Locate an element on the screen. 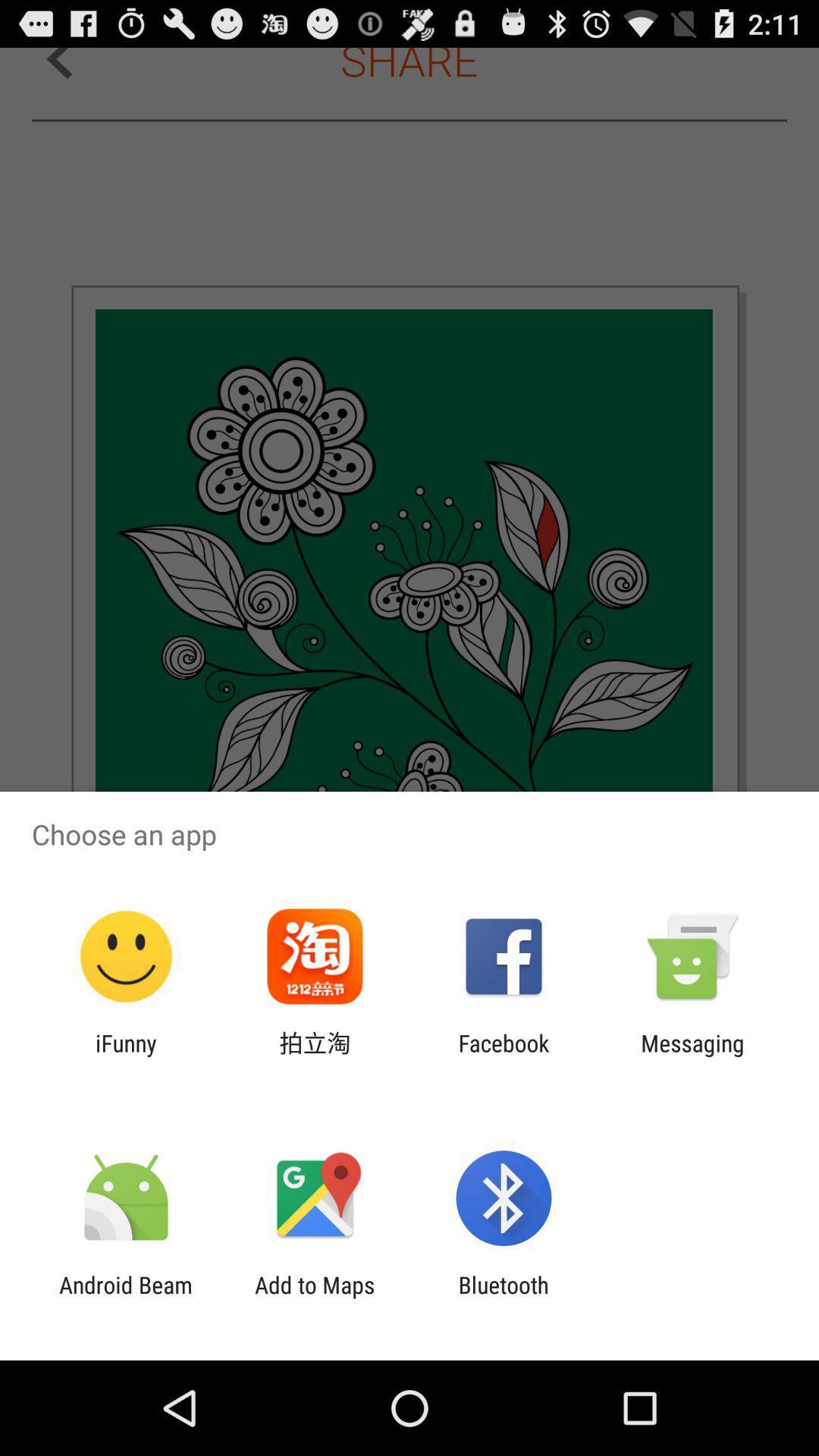 This screenshot has width=819, height=1456. android beam is located at coordinates (125, 1298).